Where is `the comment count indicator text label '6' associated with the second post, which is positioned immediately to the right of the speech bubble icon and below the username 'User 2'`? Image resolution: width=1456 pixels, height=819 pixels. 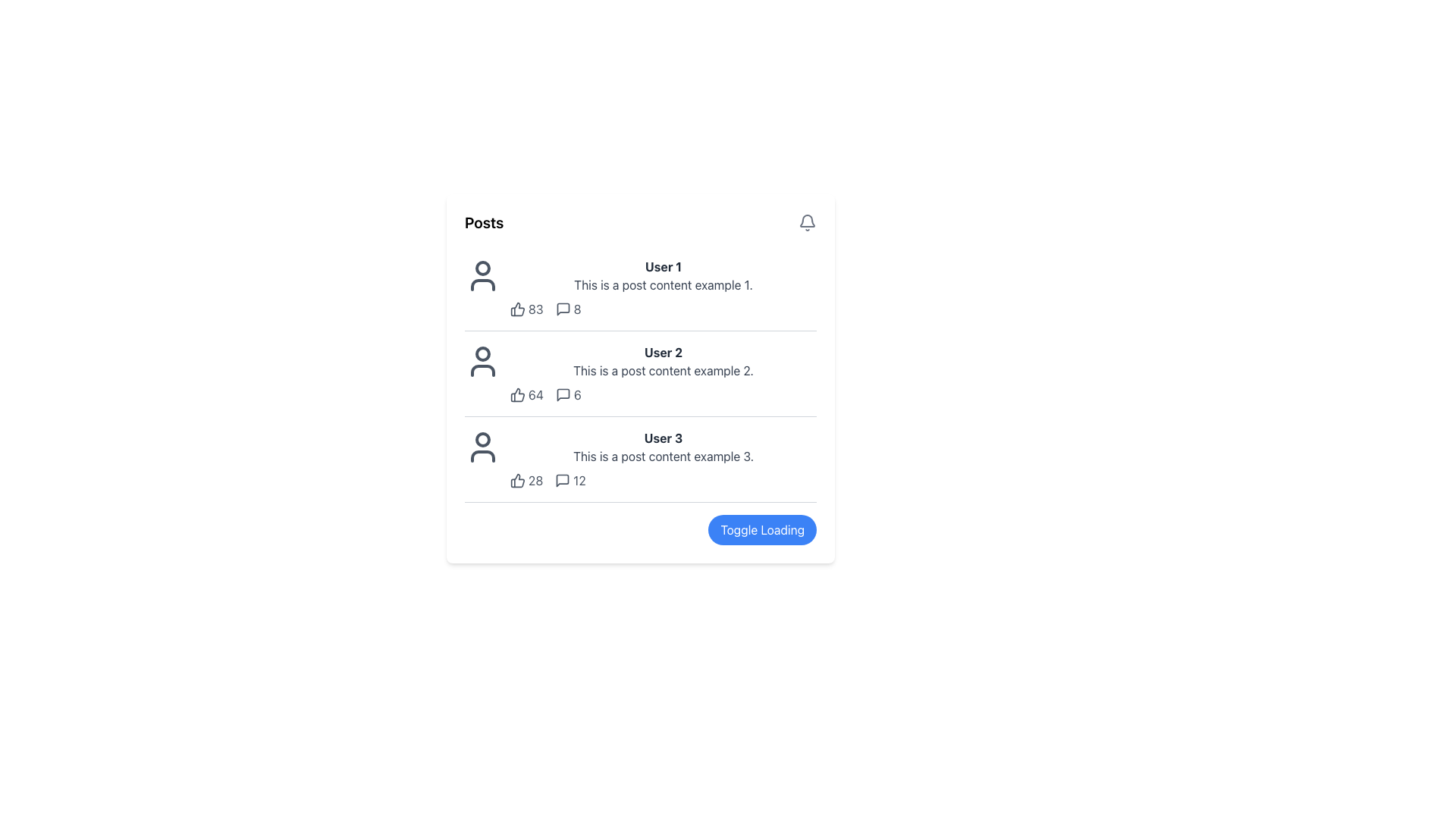 the comment count indicator text label '6' associated with the second post, which is positioned immediately to the right of the speech bubble icon and below the username 'User 2' is located at coordinates (576, 394).